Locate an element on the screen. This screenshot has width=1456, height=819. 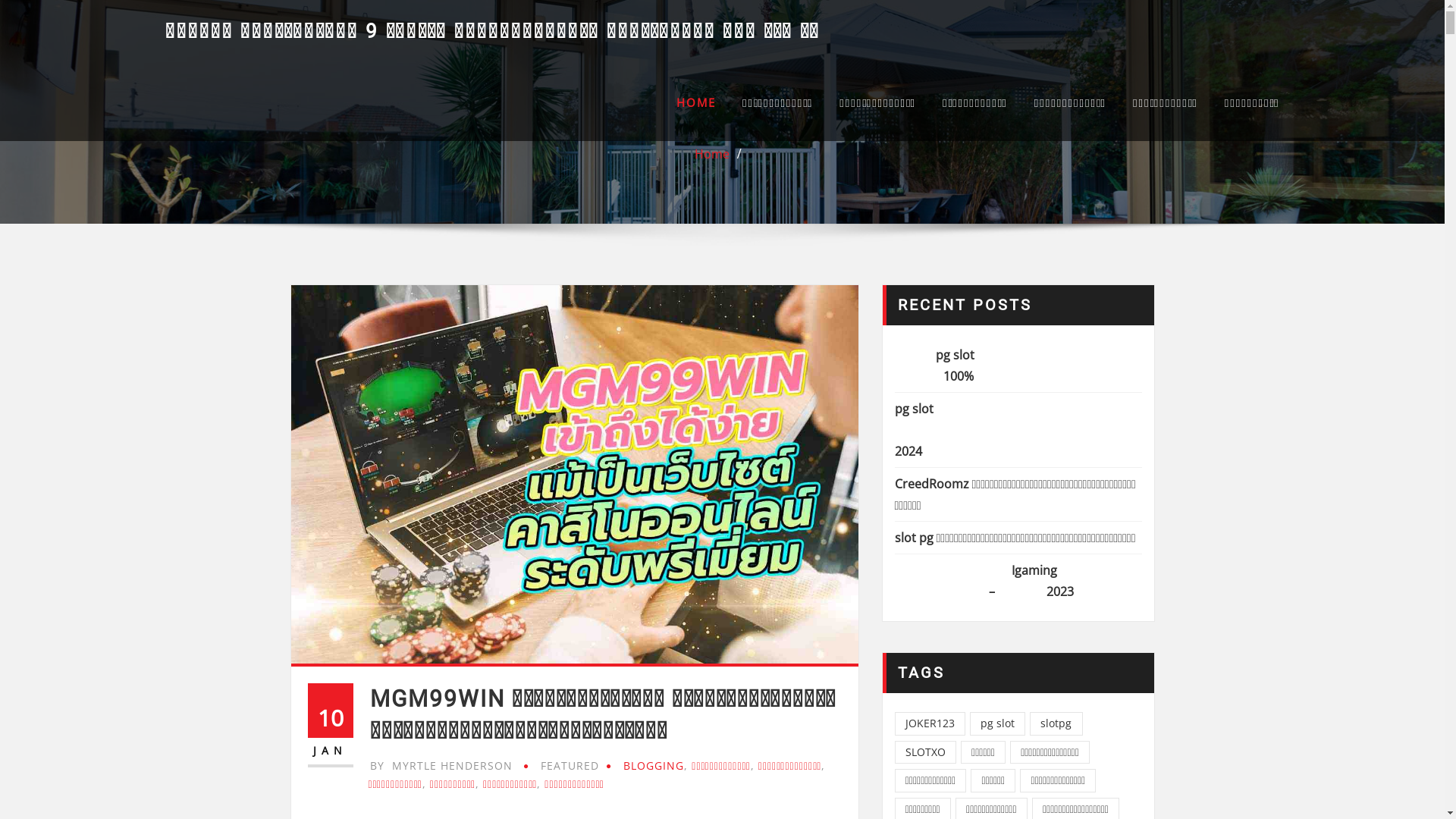
'slotpg' is located at coordinates (1055, 723).